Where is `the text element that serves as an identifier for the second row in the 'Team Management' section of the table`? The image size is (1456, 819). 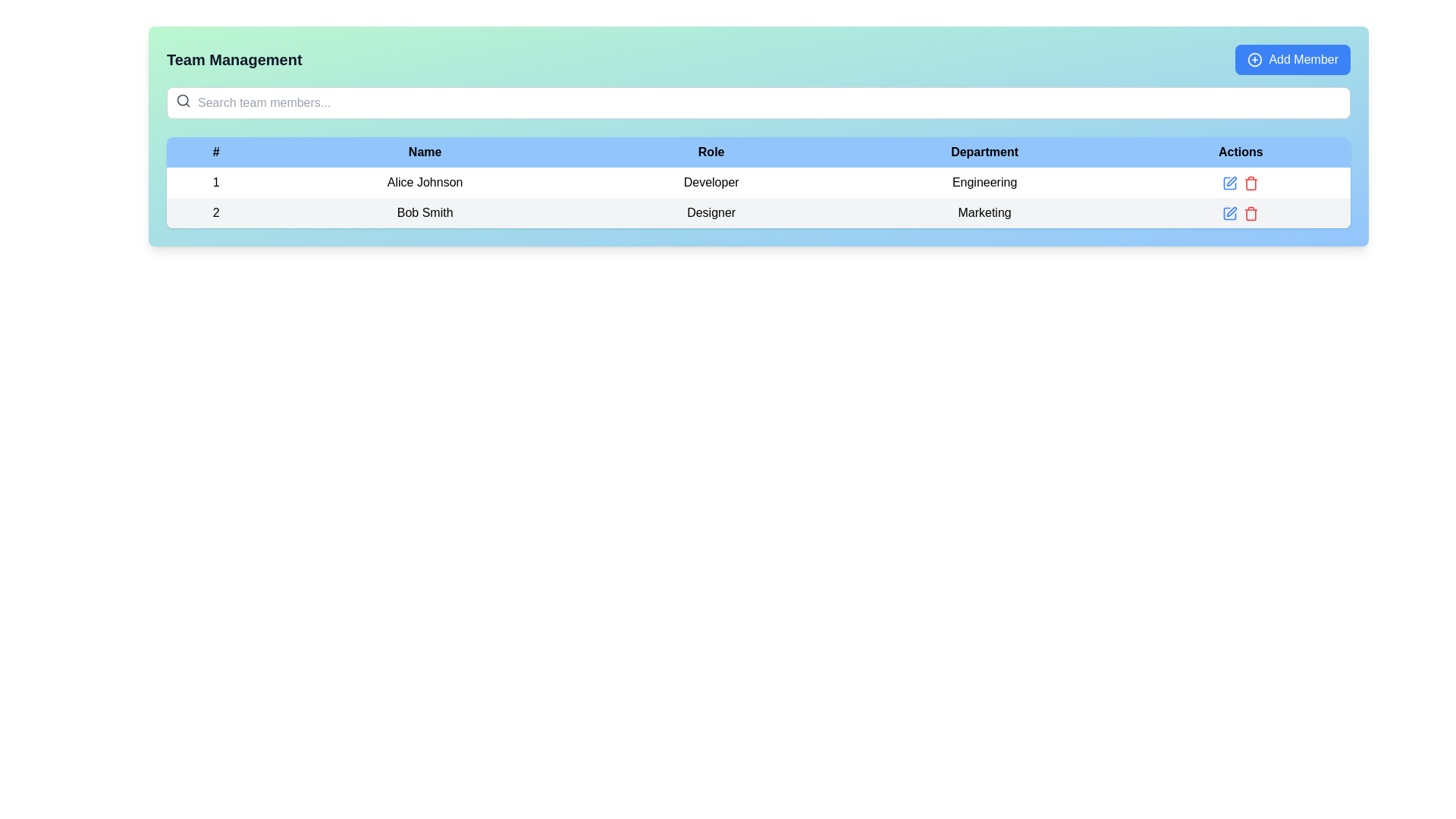
the text element that serves as an identifier for the second row in the 'Team Management' section of the table is located at coordinates (215, 213).